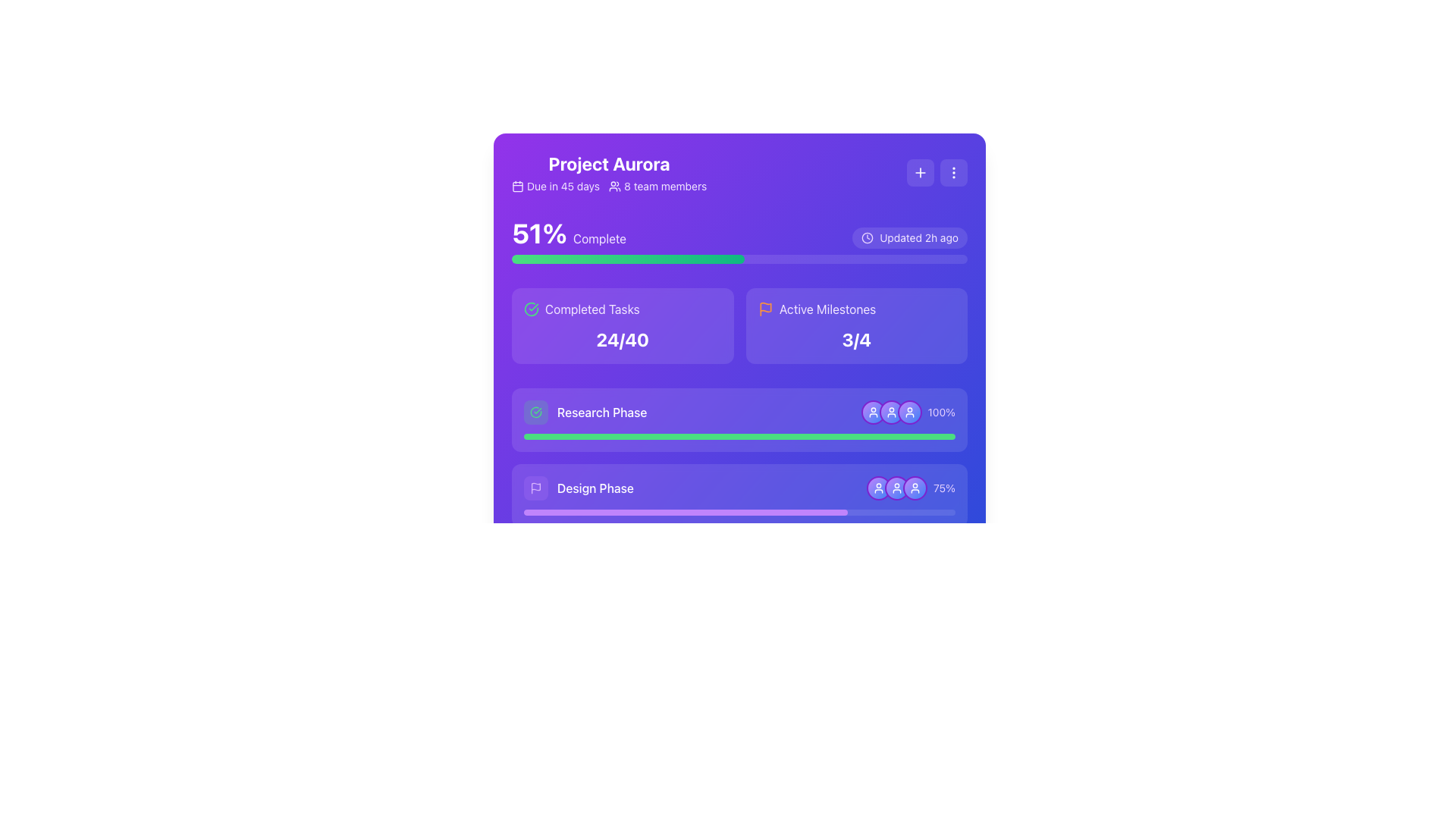 This screenshot has height=819, width=1456. What do you see at coordinates (909, 412) in the screenshot?
I see `the third circular user icon with a gradient background and a white user symbol` at bounding box center [909, 412].